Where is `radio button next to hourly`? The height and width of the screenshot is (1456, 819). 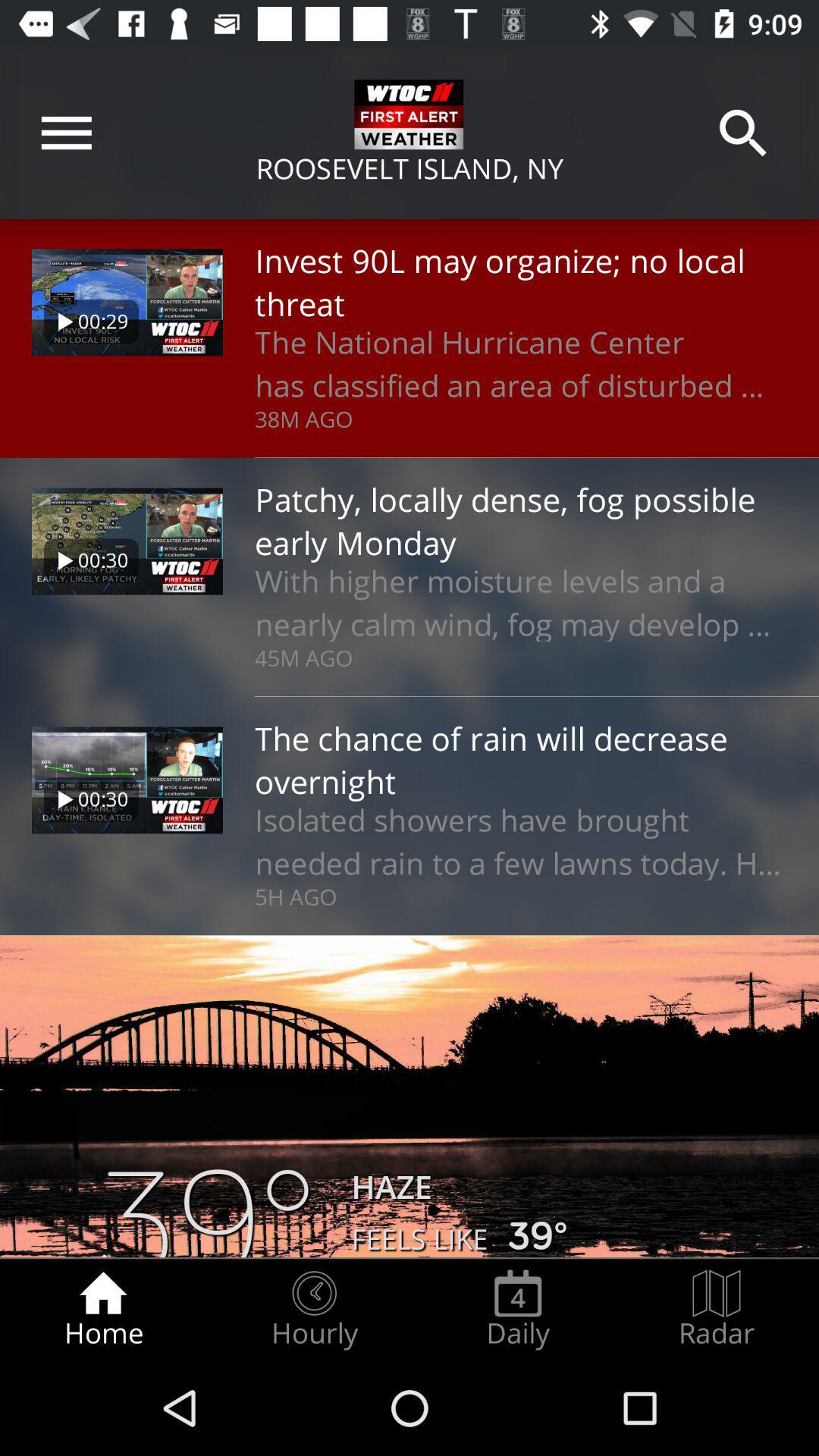 radio button next to hourly is located at coordinates (517, 1309).